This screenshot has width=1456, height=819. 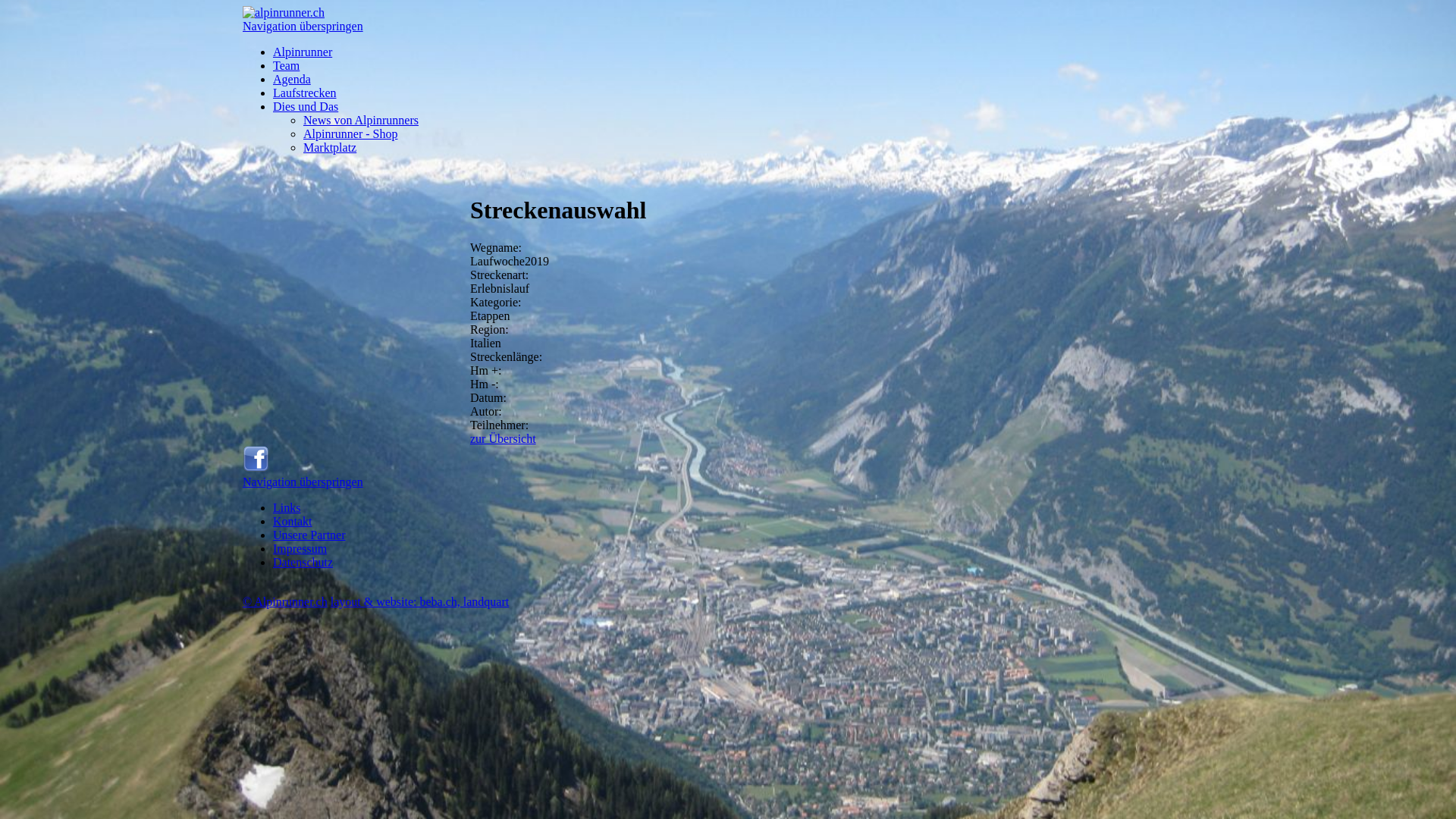 I want to click on 'Unsere Partner', so click(x=309, y=534).